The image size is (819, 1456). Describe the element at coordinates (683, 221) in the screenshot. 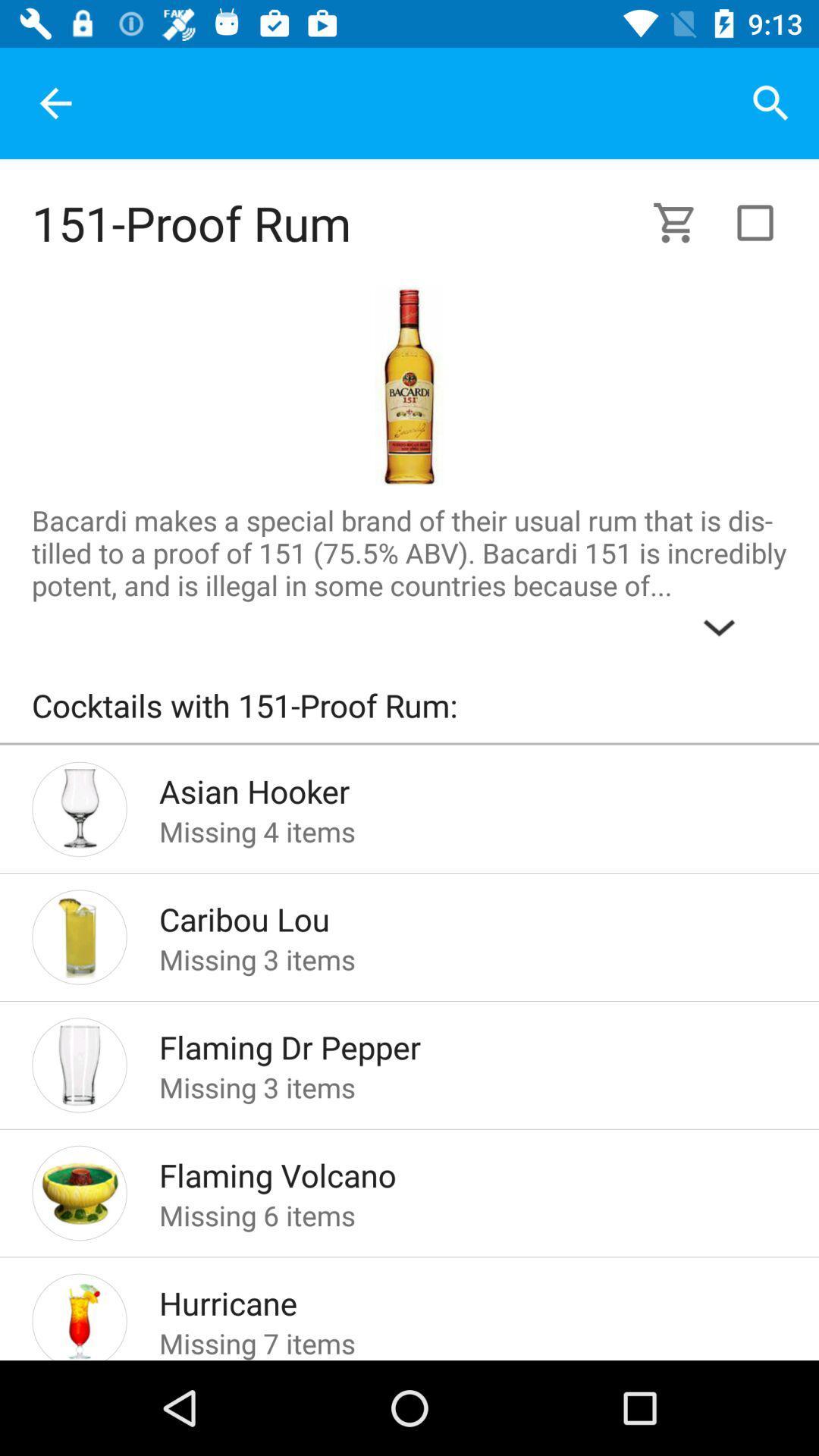

I see `shopping cart` at that location.